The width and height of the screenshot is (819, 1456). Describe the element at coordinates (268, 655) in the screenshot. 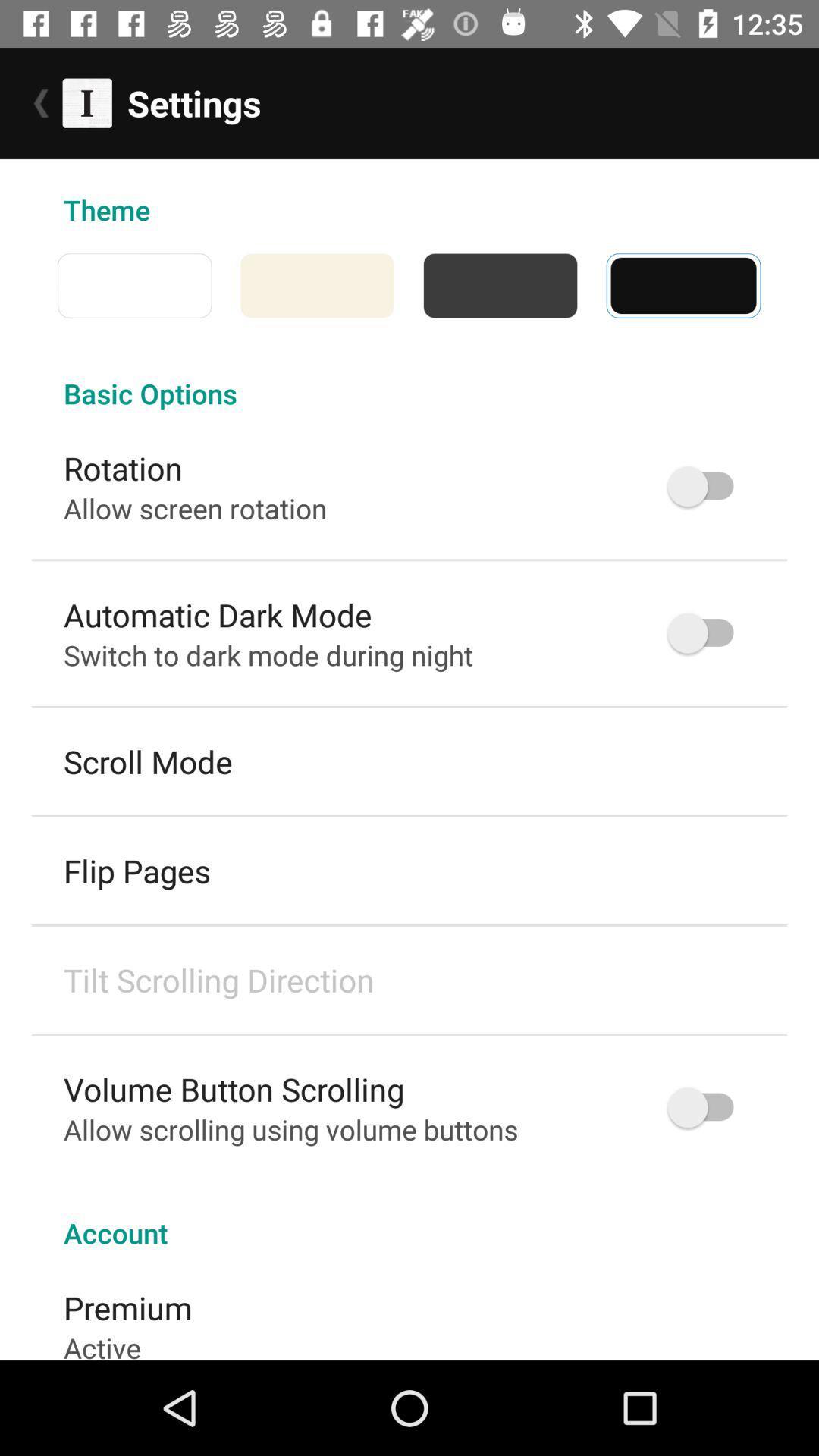

I see `item below automatic dark mode icon` at that location.